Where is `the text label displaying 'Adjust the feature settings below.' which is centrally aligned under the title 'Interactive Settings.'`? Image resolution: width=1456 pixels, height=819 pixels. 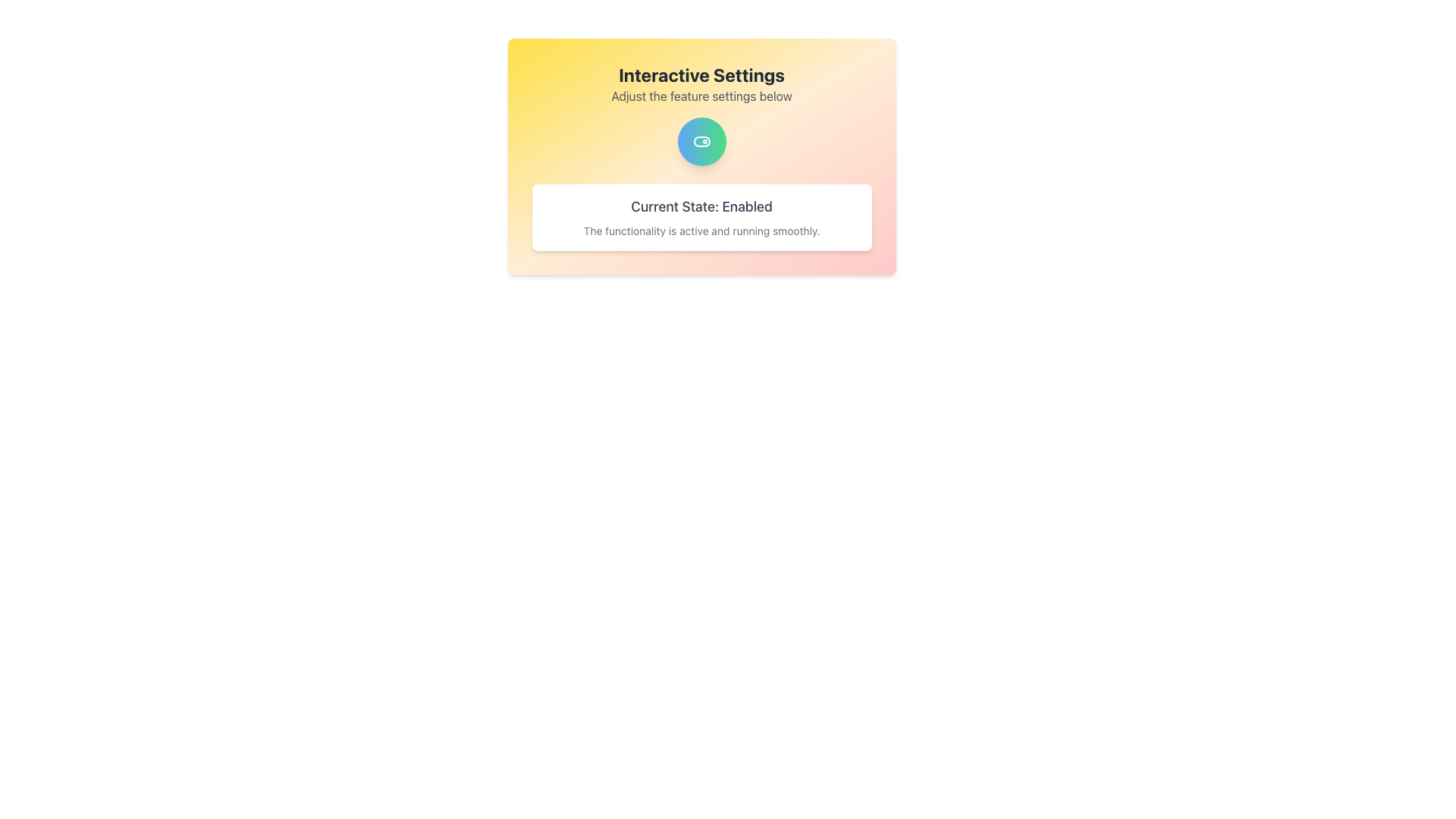 the text label displaying 'Adjust the feature settings below.' which is centrally aligned under the title 'Interactive Settings.' is located at coordinates (701, 96).